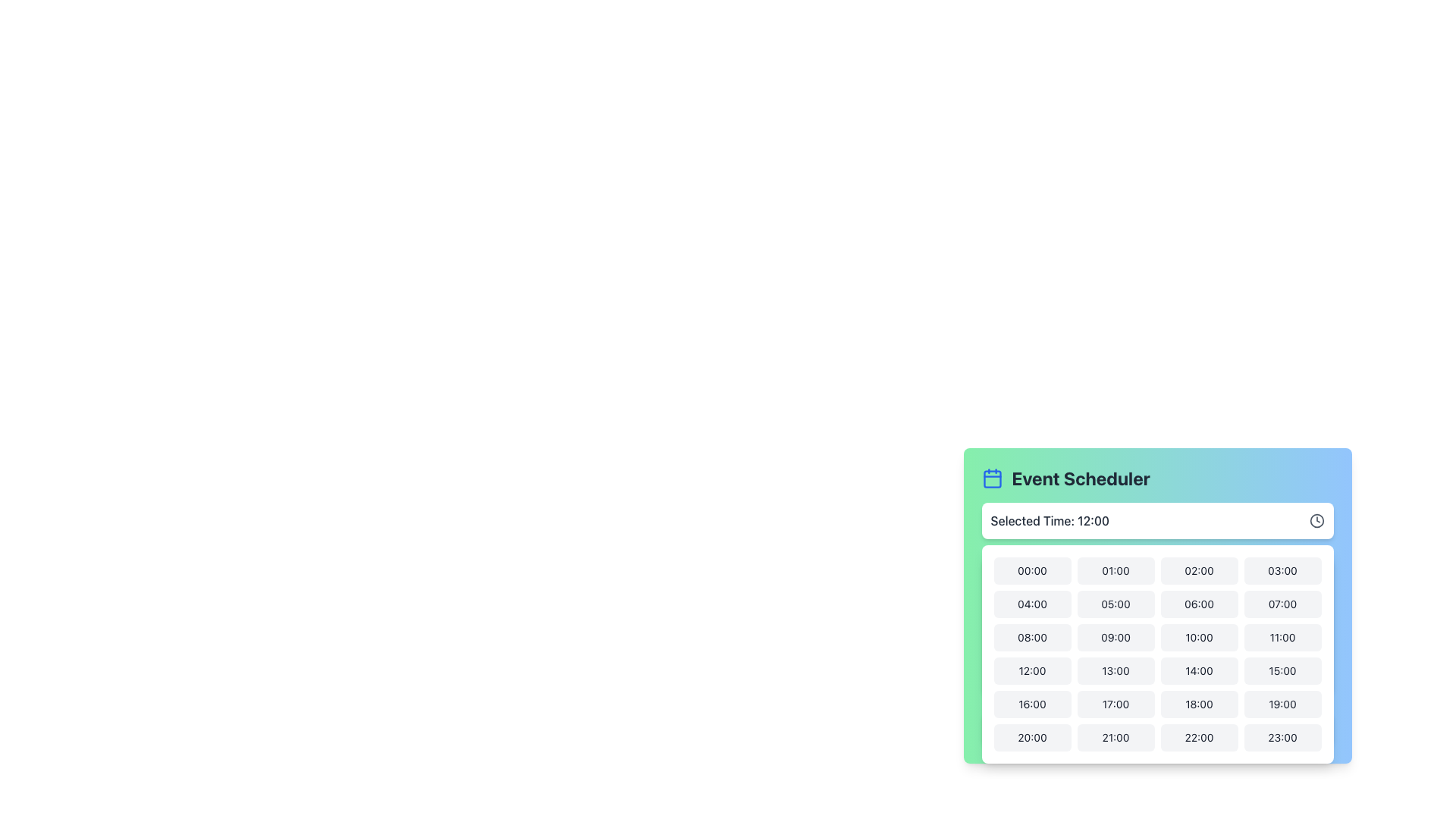 The width and height of the screenshot is (1456, 819). I want to click on the button labeled '12:00' to observe the hover effect, which changes the background to a blue shade, so click(1031, 670).